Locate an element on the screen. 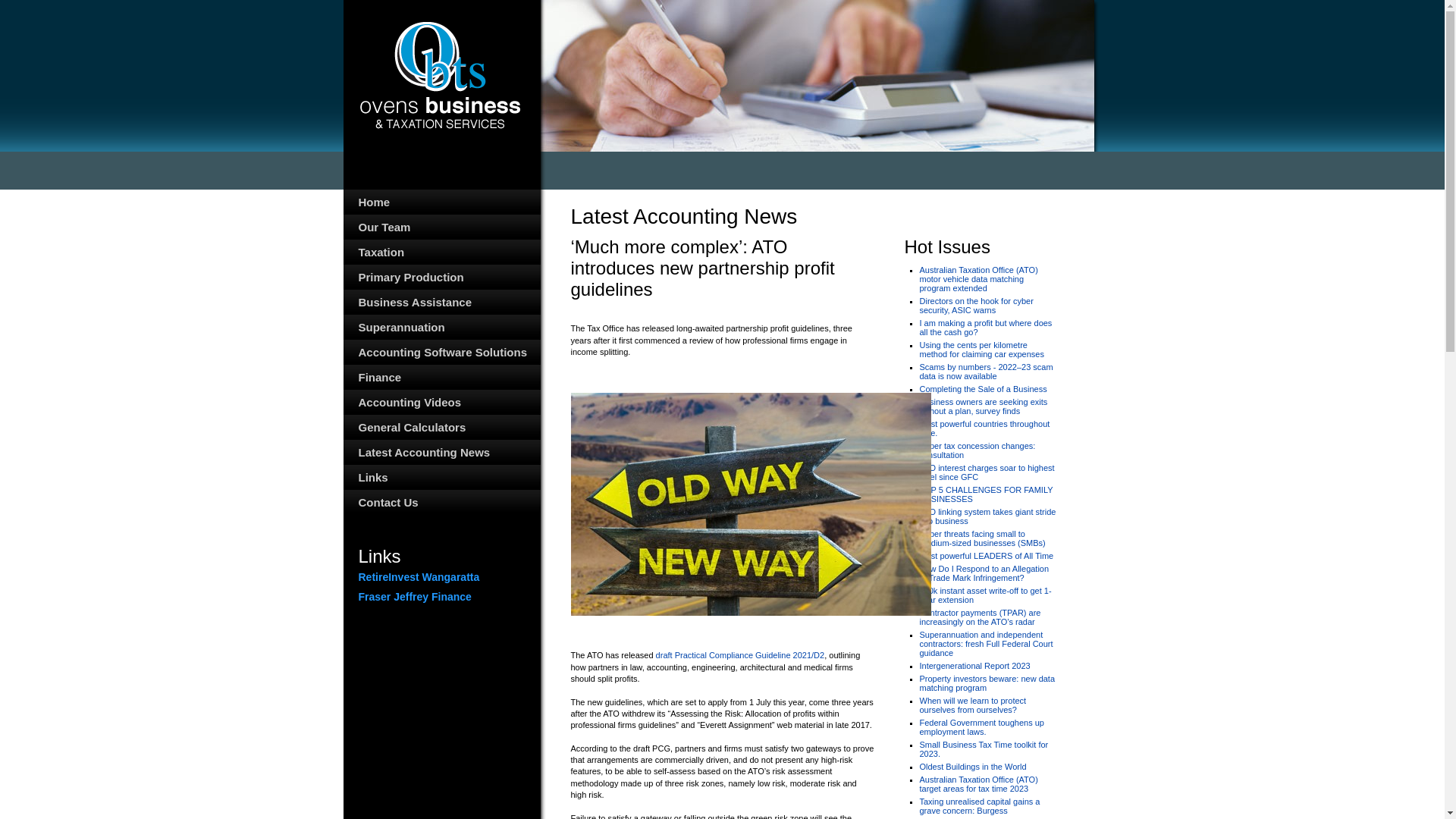 The width and height of the screenshot is (1456, 819). 'ATO interest charges soar to highest level since GFC' is located at coordinates (986, 472).